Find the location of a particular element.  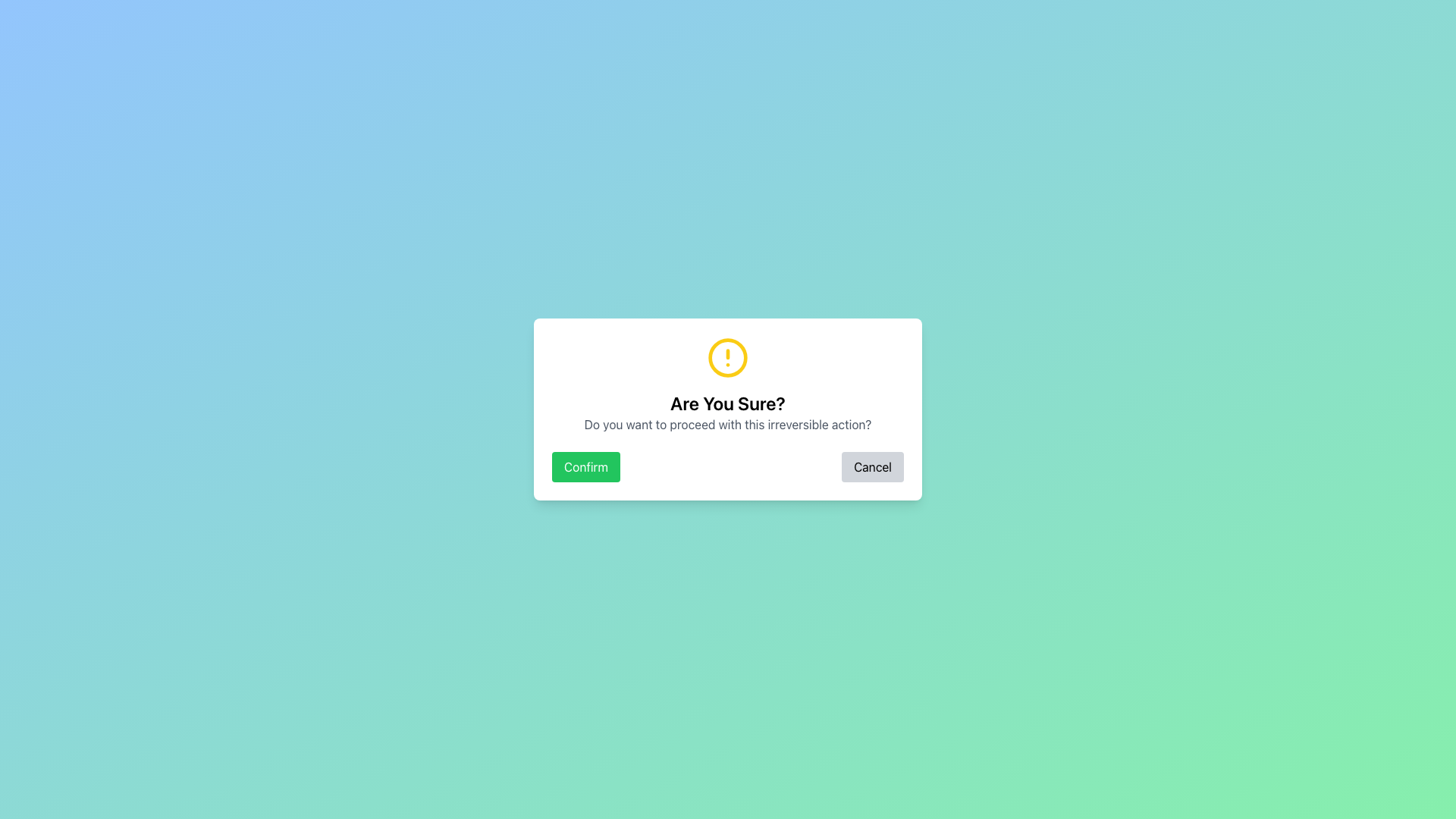

the circular alert icon with a yellow outline and an exclamation mark, positioned at the top of the modal dialog box above the text 'Are You Sure?' and 'Do you want to proceed with this irreversible action?' is located at coordinates (728, 357).